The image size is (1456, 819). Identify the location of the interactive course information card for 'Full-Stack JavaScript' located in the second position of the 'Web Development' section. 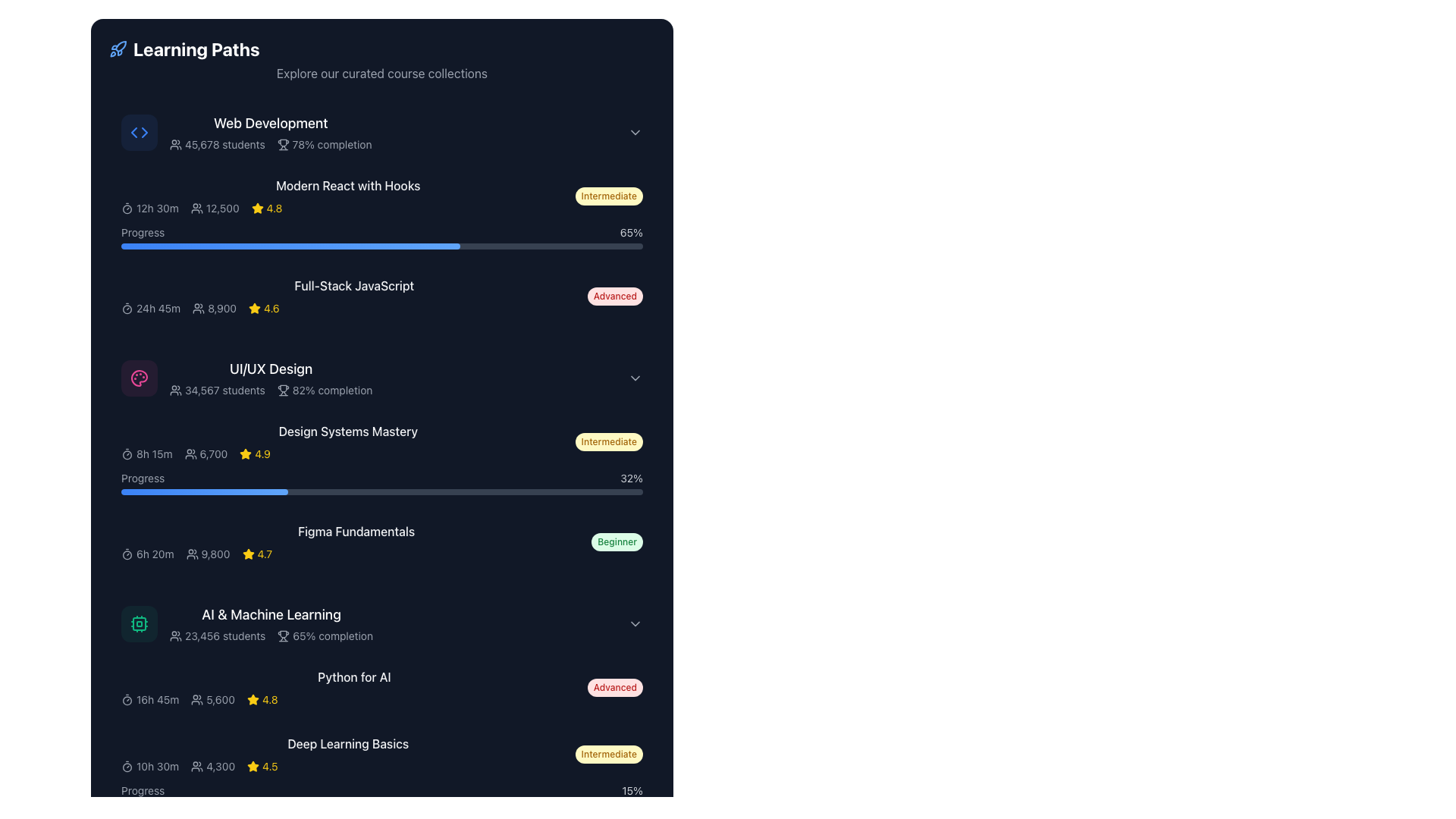
(382, 296).